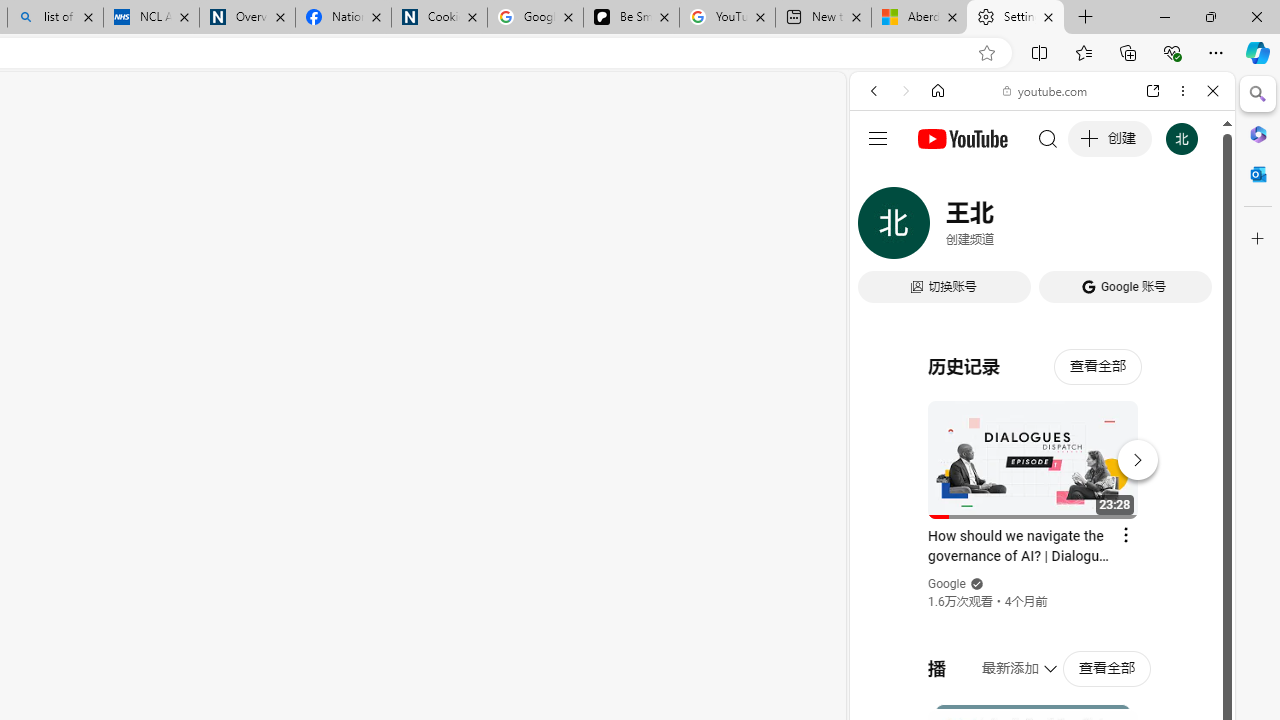 The image size is (1280, 720). I want to click on 'Cookies', so click(438, 17).